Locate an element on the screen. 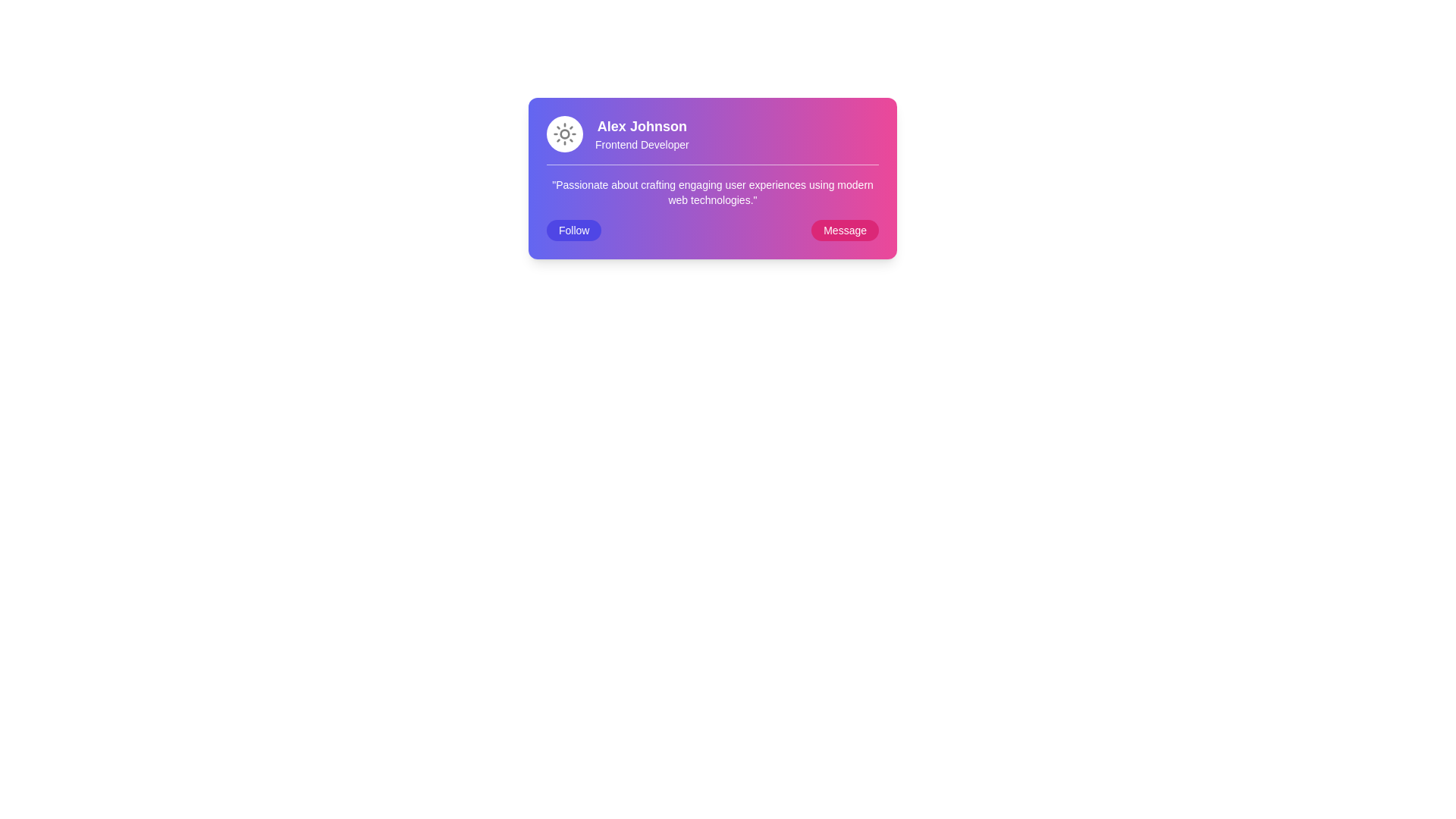  displayed content from the Text display component that shows the name and professional title of the individual, located at the top-center area of the card component is located at coordinates (642, 133).